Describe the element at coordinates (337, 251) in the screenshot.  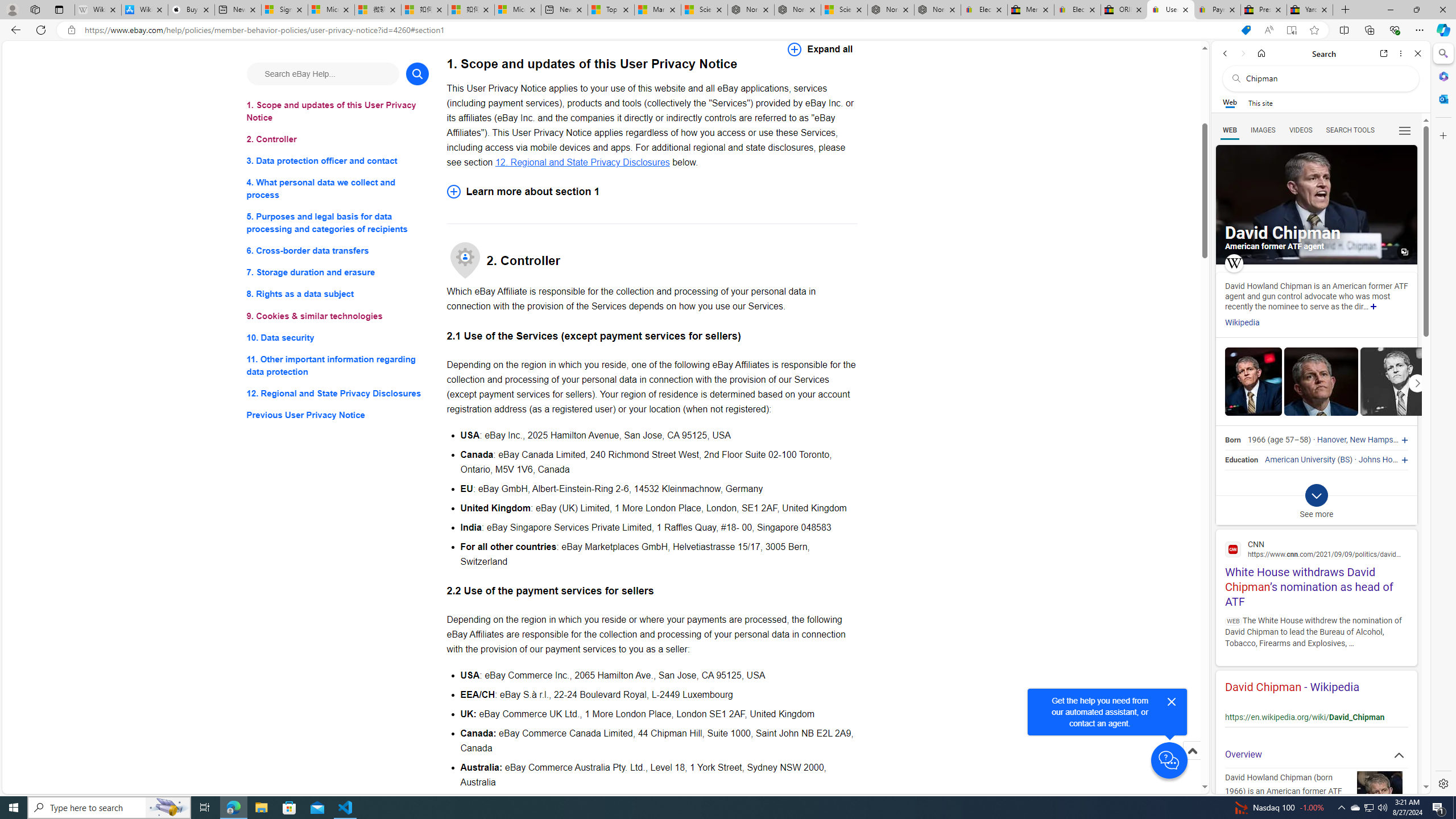
I see `'6. Cross-border data transfers'` at that location.